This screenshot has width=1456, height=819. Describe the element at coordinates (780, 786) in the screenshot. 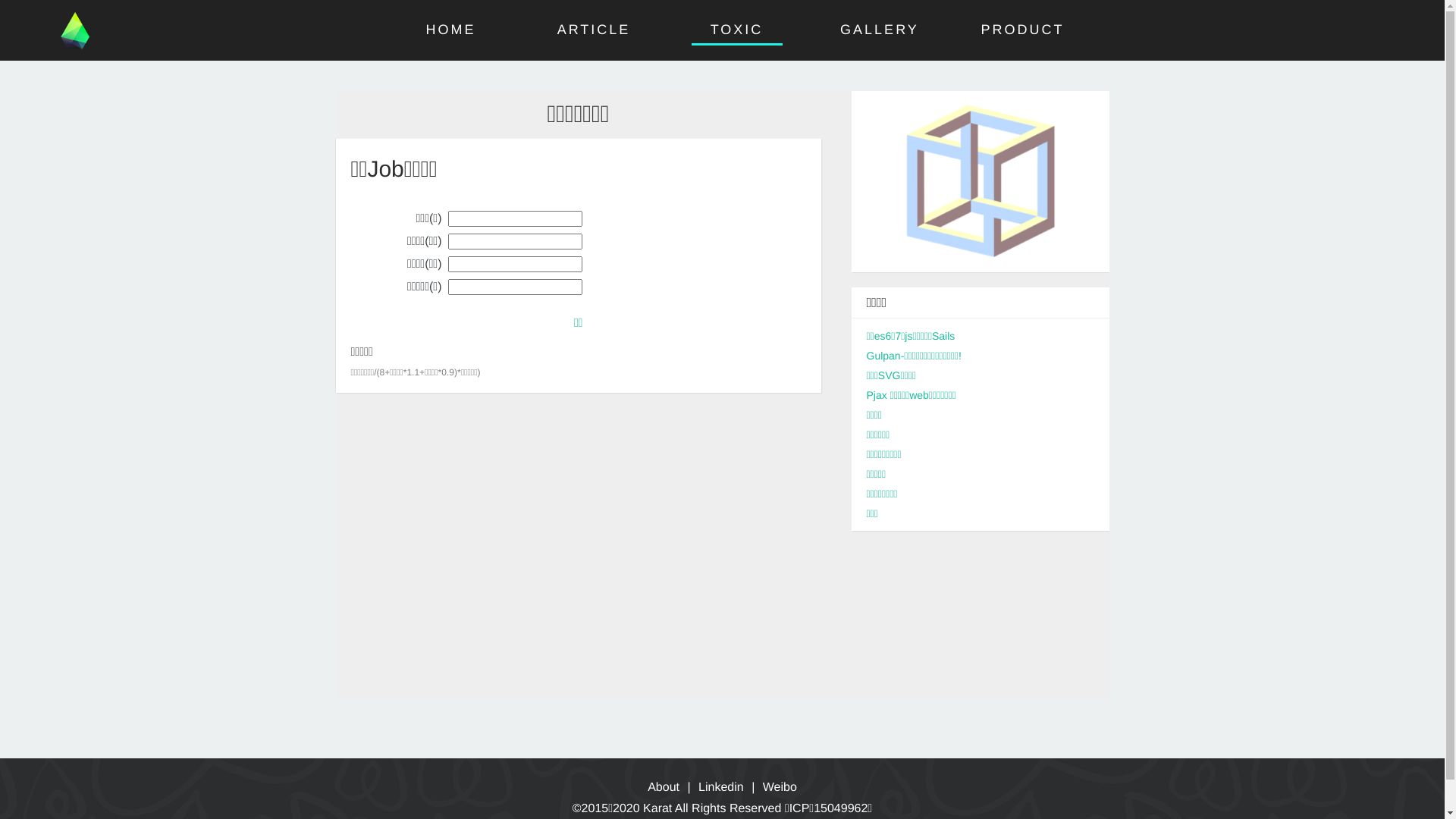

I see `'Weibo'` at that location.